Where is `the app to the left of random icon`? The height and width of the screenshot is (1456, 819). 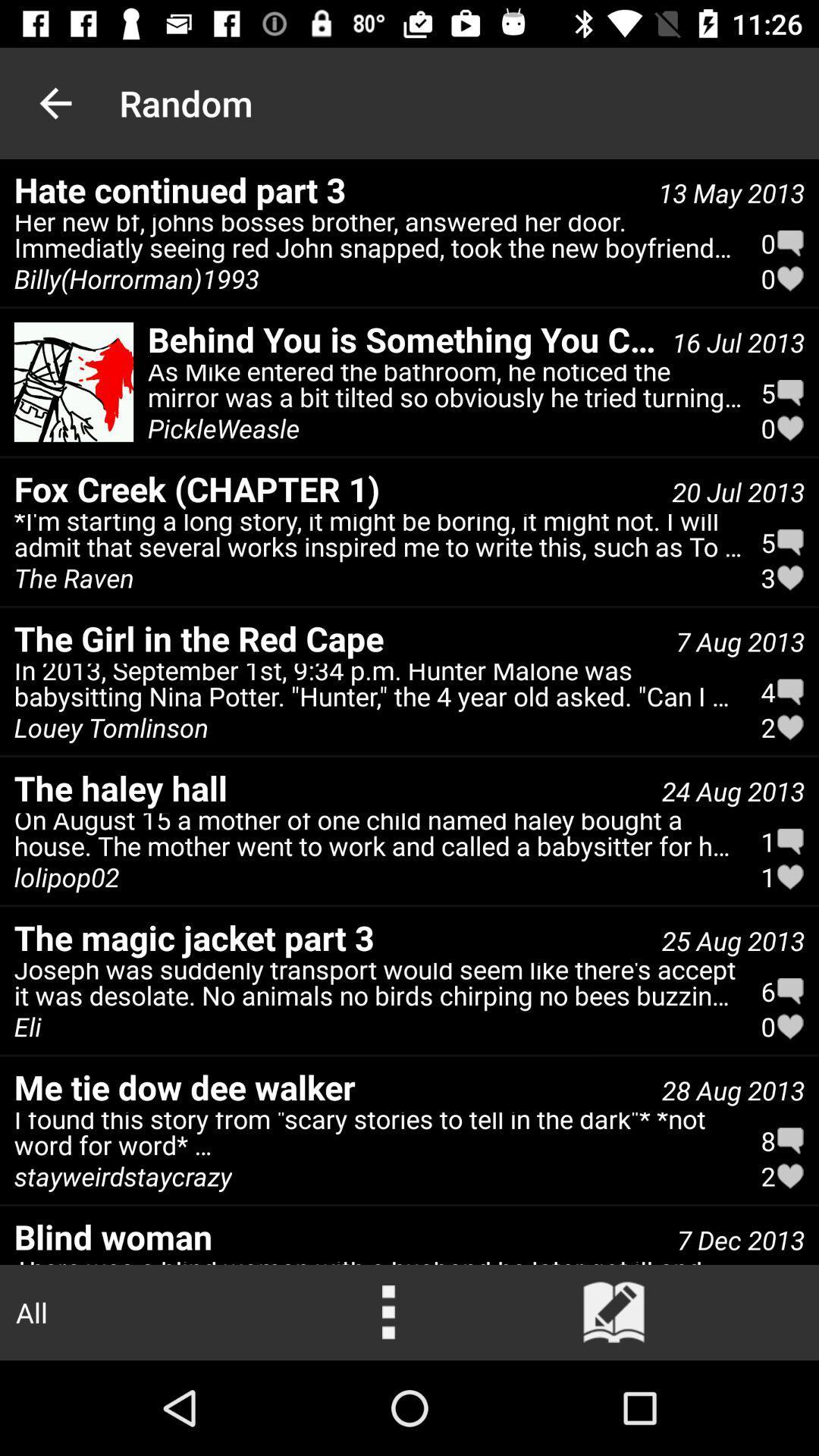 the app to the left of random icon is located at coordinates (55, 102).